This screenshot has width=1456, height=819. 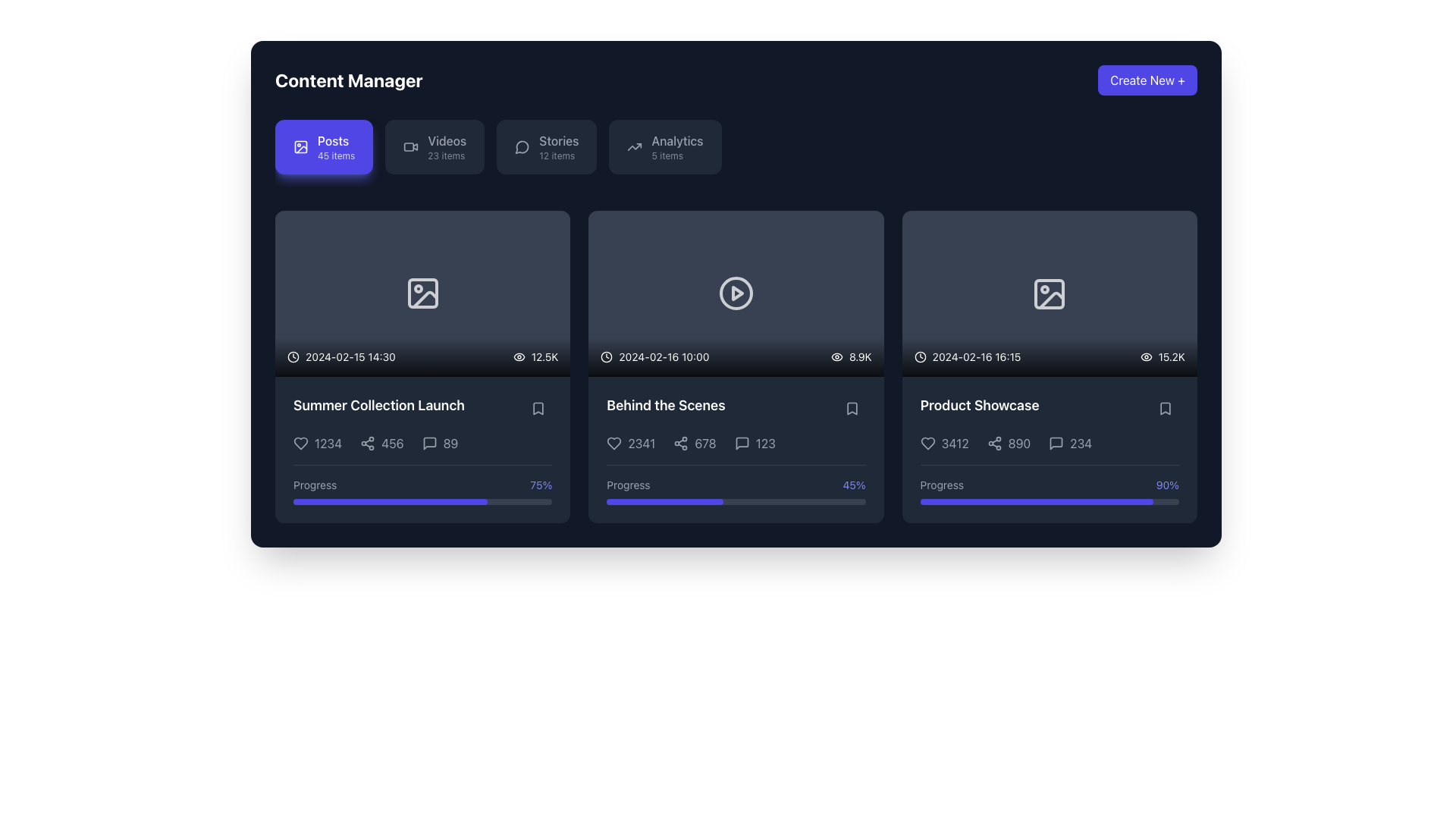 I want to click on the circular play button icon with a graphical play symbol for keyboard navigation by moving the cursor to its center, so click(x=736, y=293).